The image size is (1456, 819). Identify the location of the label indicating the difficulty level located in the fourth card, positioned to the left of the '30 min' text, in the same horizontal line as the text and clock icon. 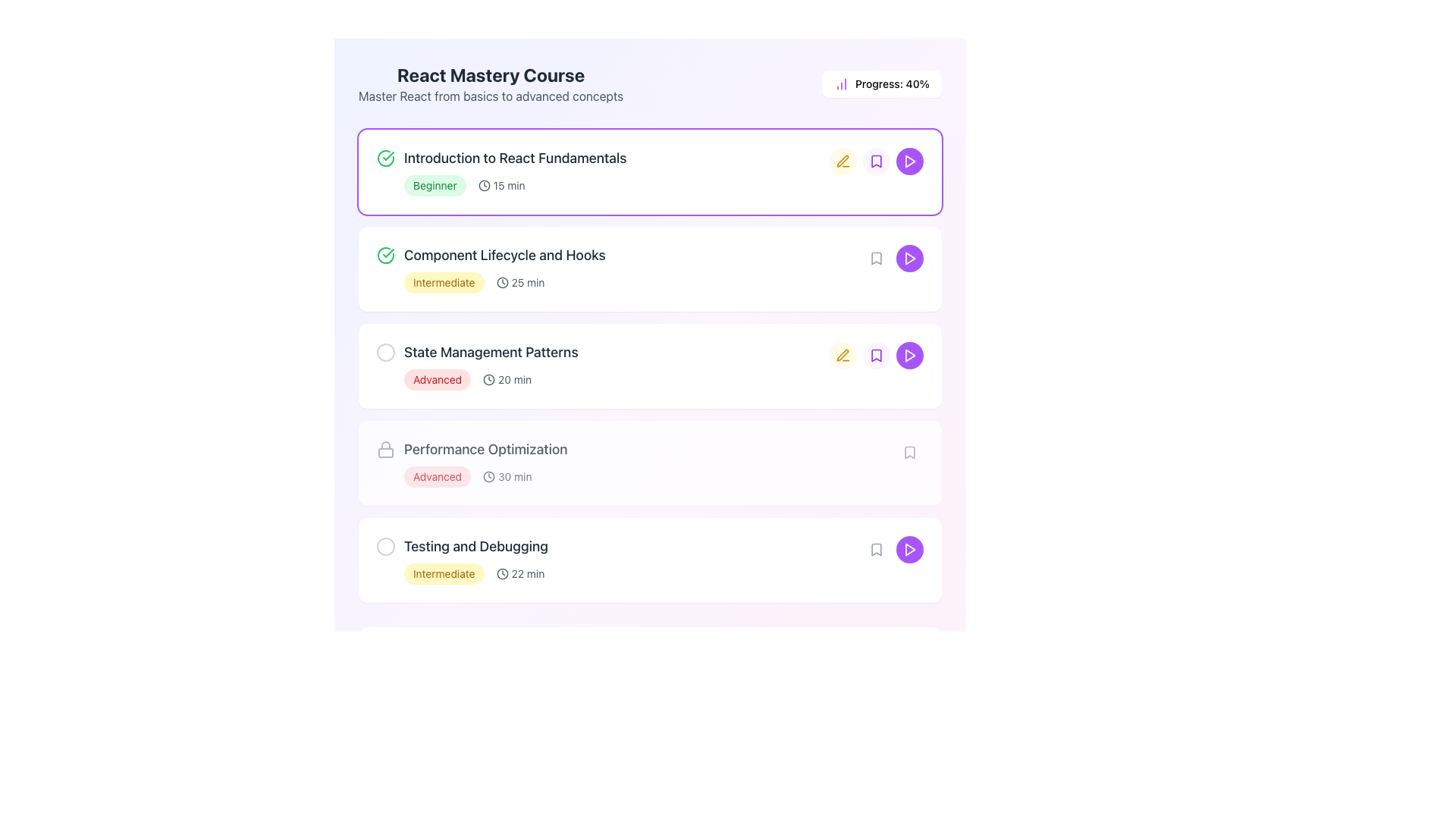
(436, 475).